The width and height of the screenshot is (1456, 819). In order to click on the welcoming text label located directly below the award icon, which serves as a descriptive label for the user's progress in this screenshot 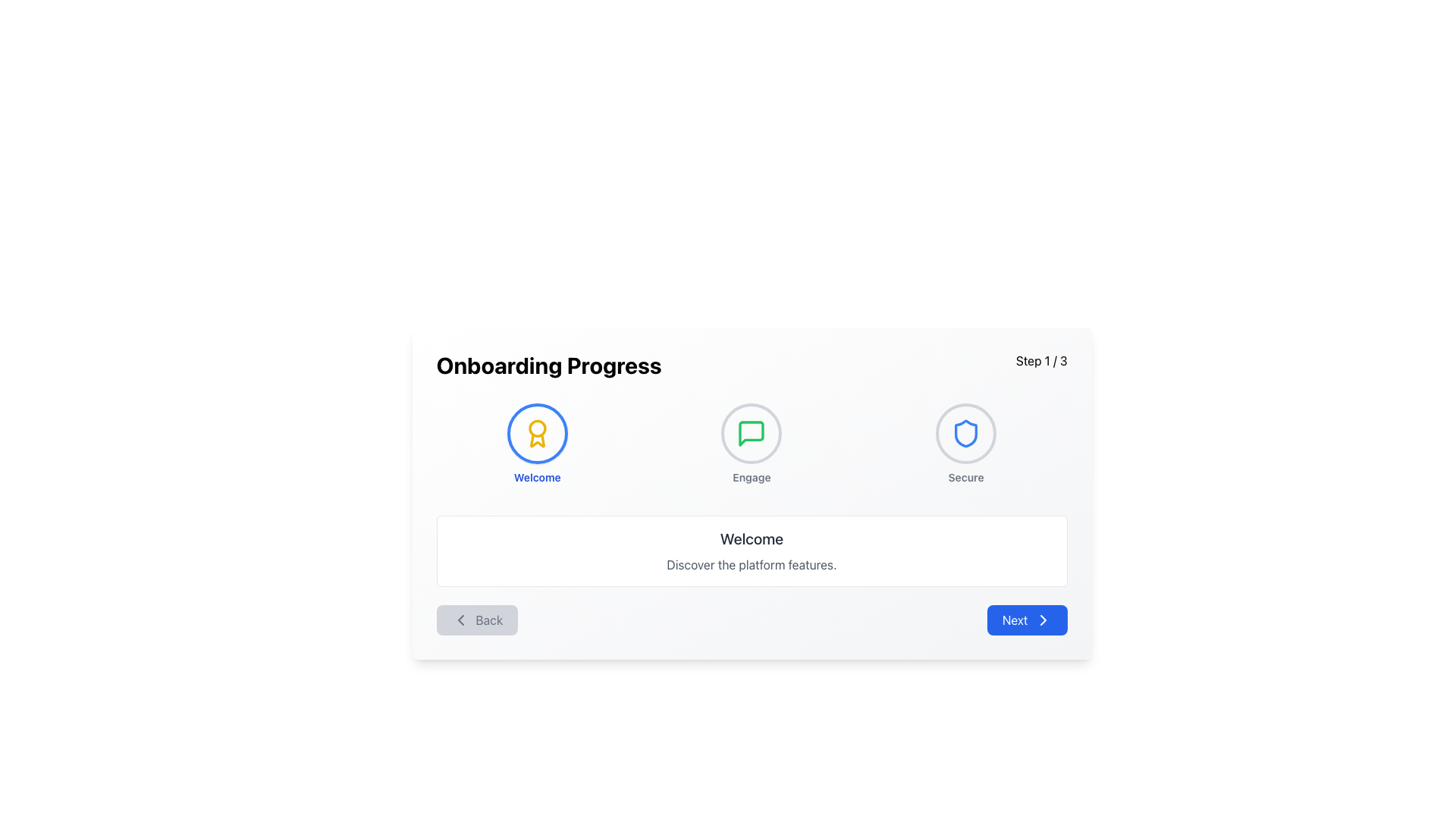, I will do `click(537, 476)`.